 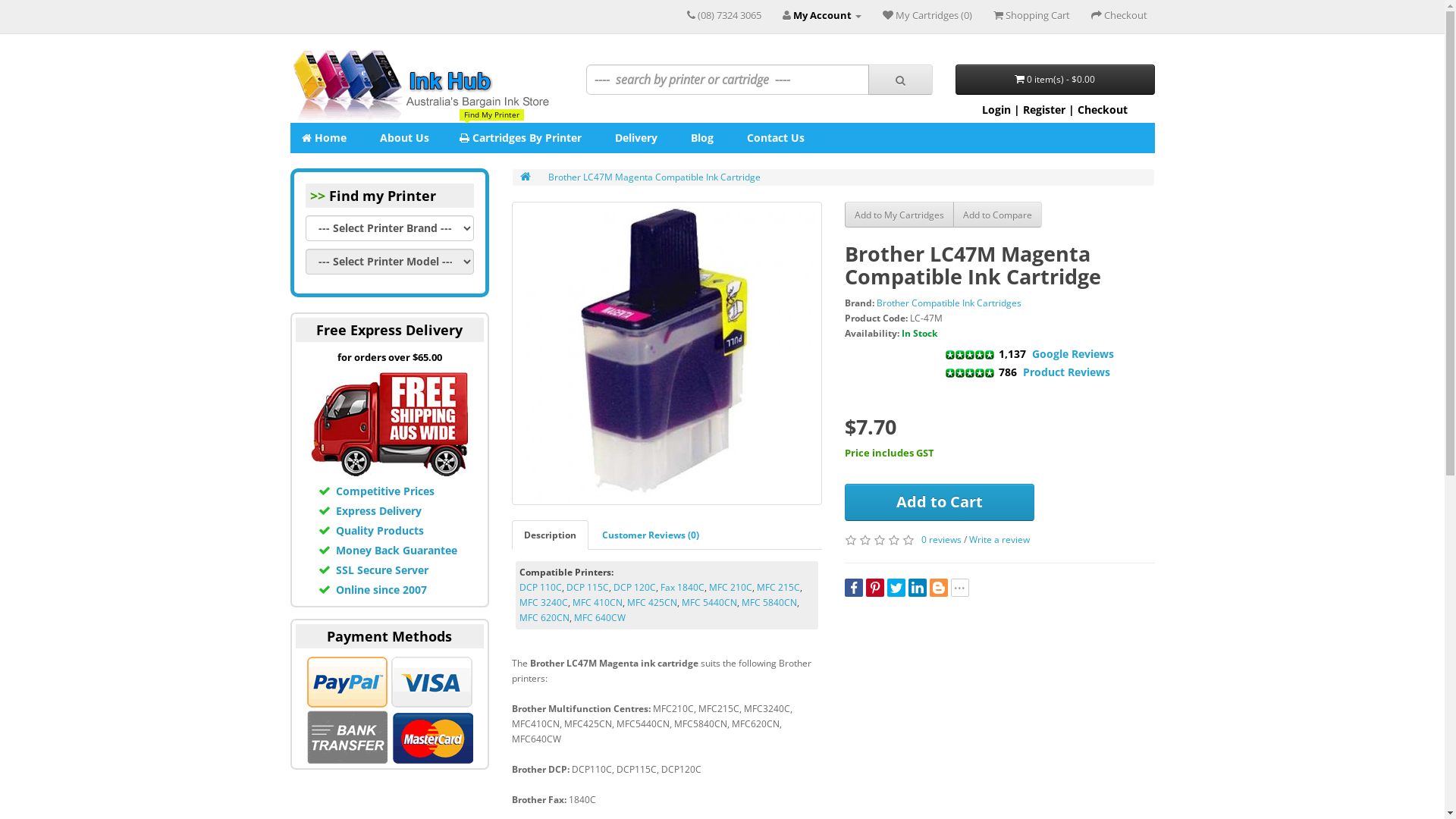 I want to click on 'My Cartridges (0)', so click(x=927, y=14).